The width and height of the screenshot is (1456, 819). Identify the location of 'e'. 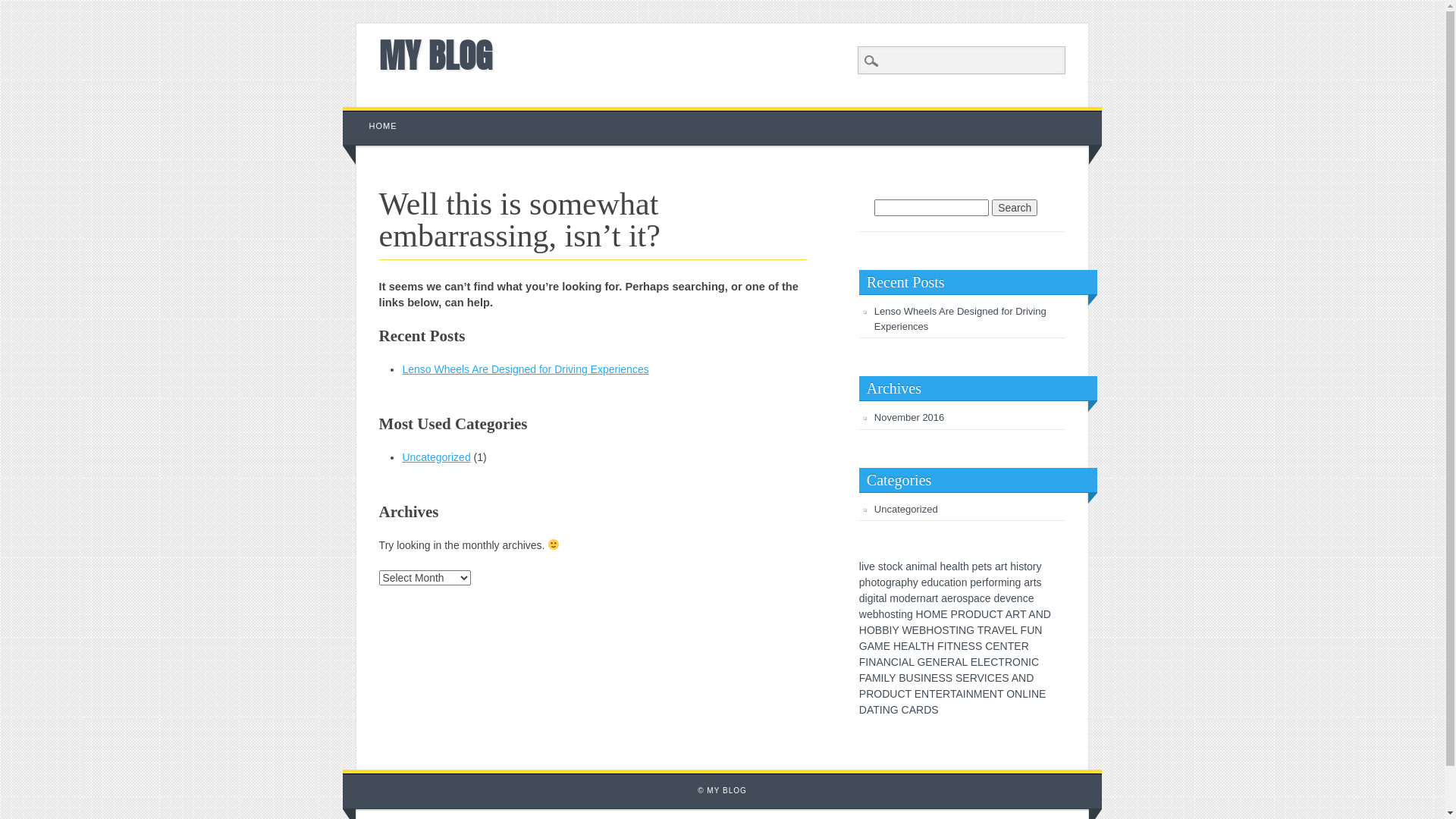
(924, 581).